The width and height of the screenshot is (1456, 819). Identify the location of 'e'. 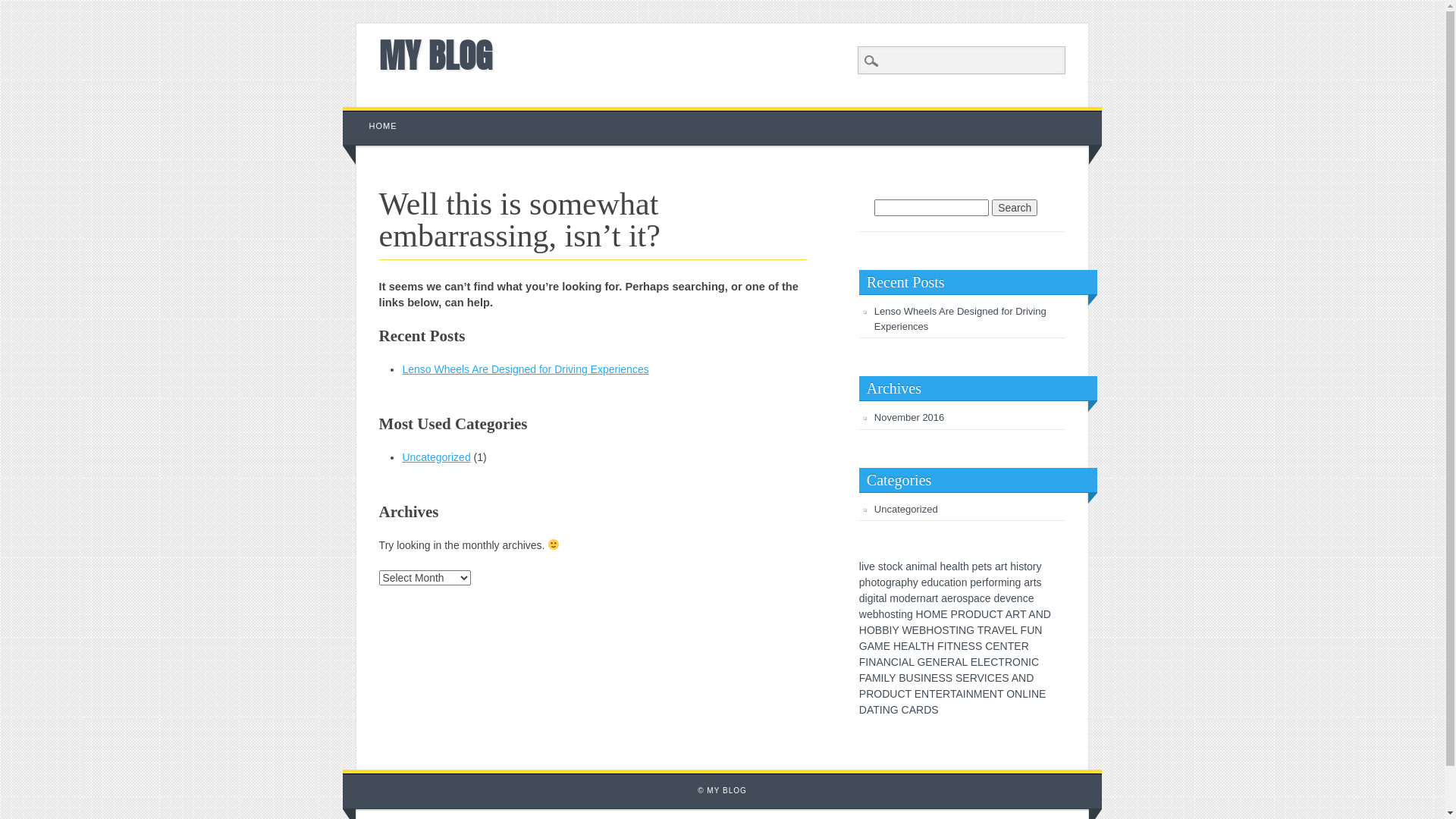
(924, 581).